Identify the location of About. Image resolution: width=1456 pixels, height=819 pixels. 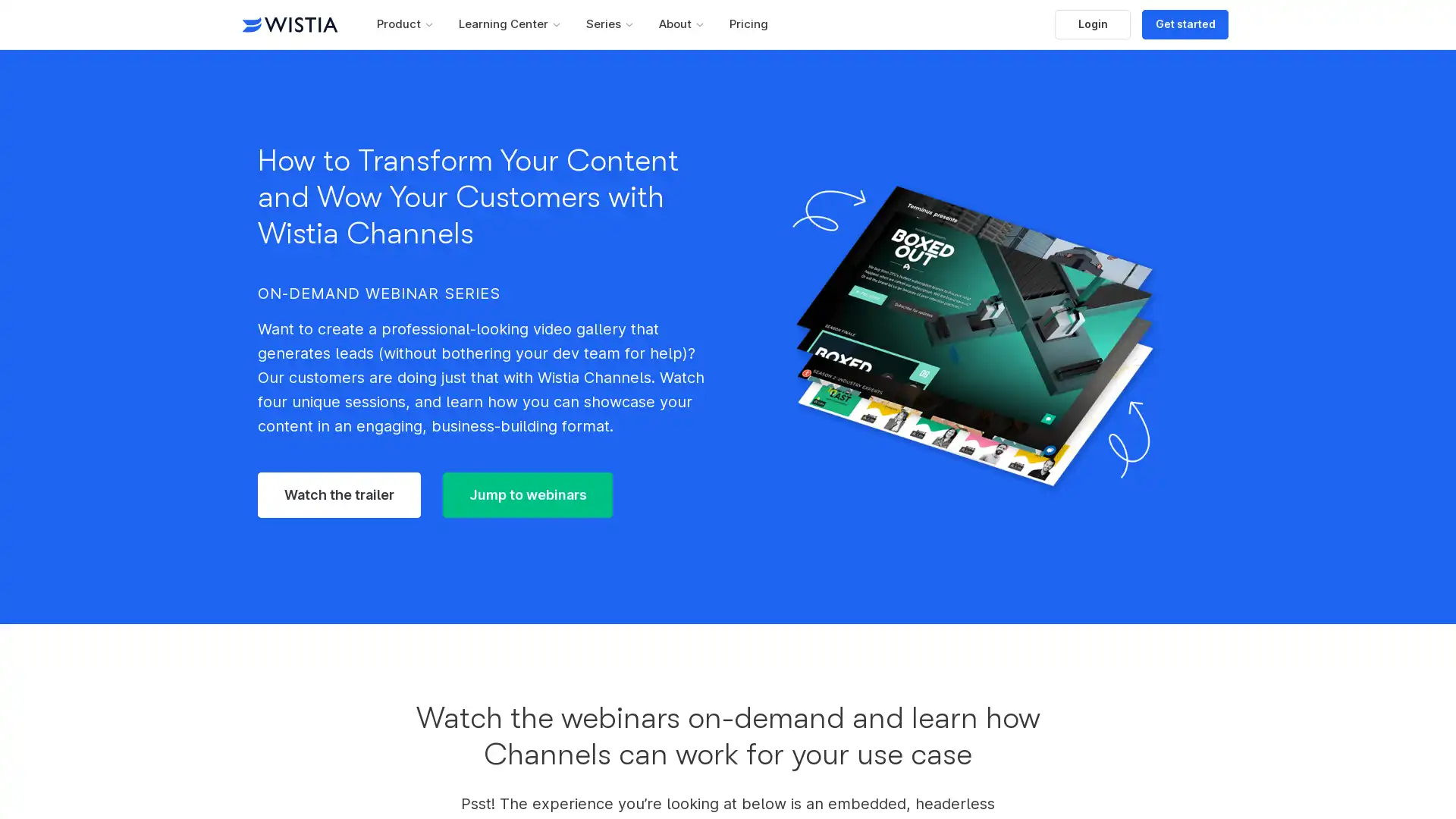
(679, 24).